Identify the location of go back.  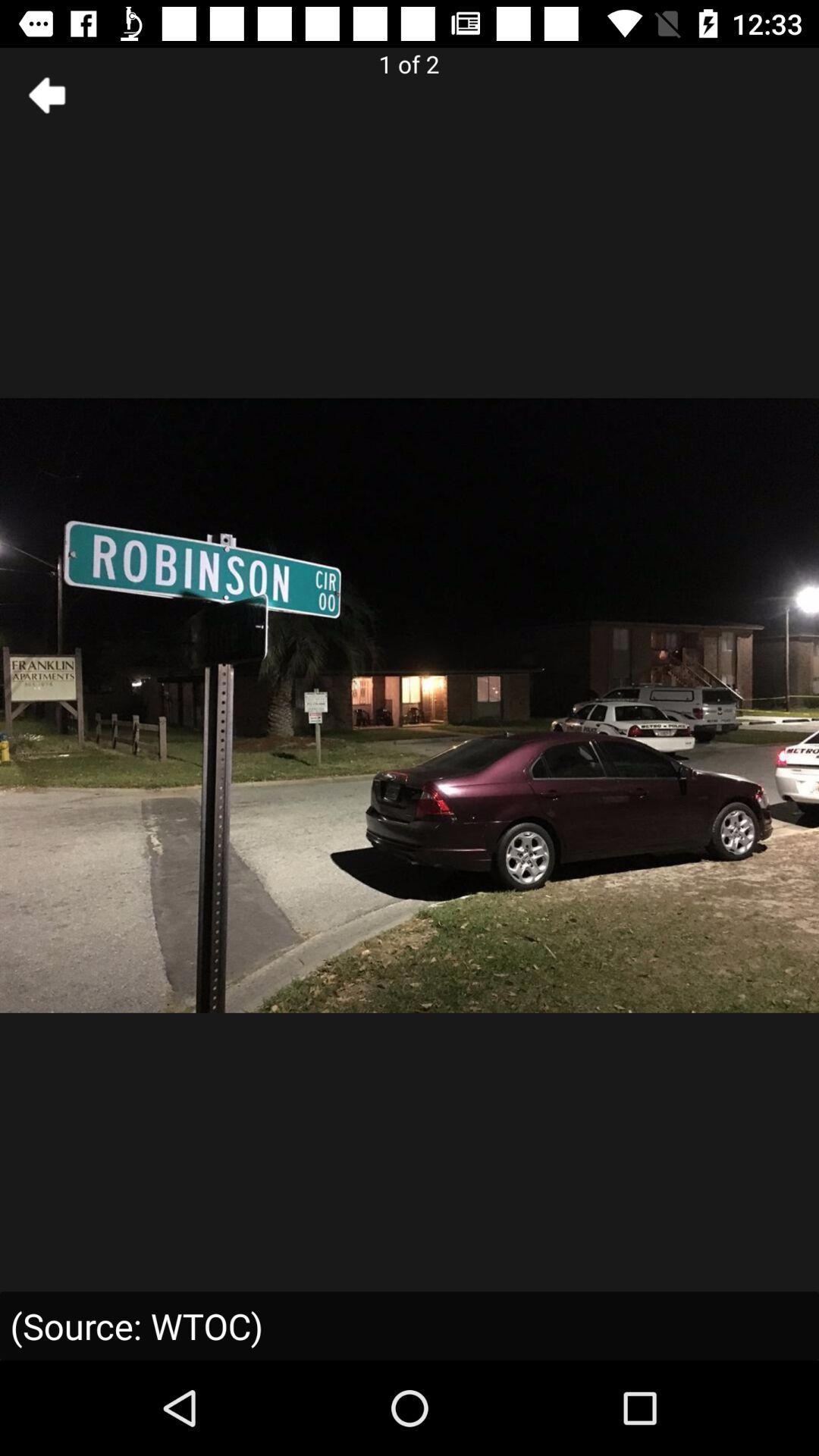
(46, 94).